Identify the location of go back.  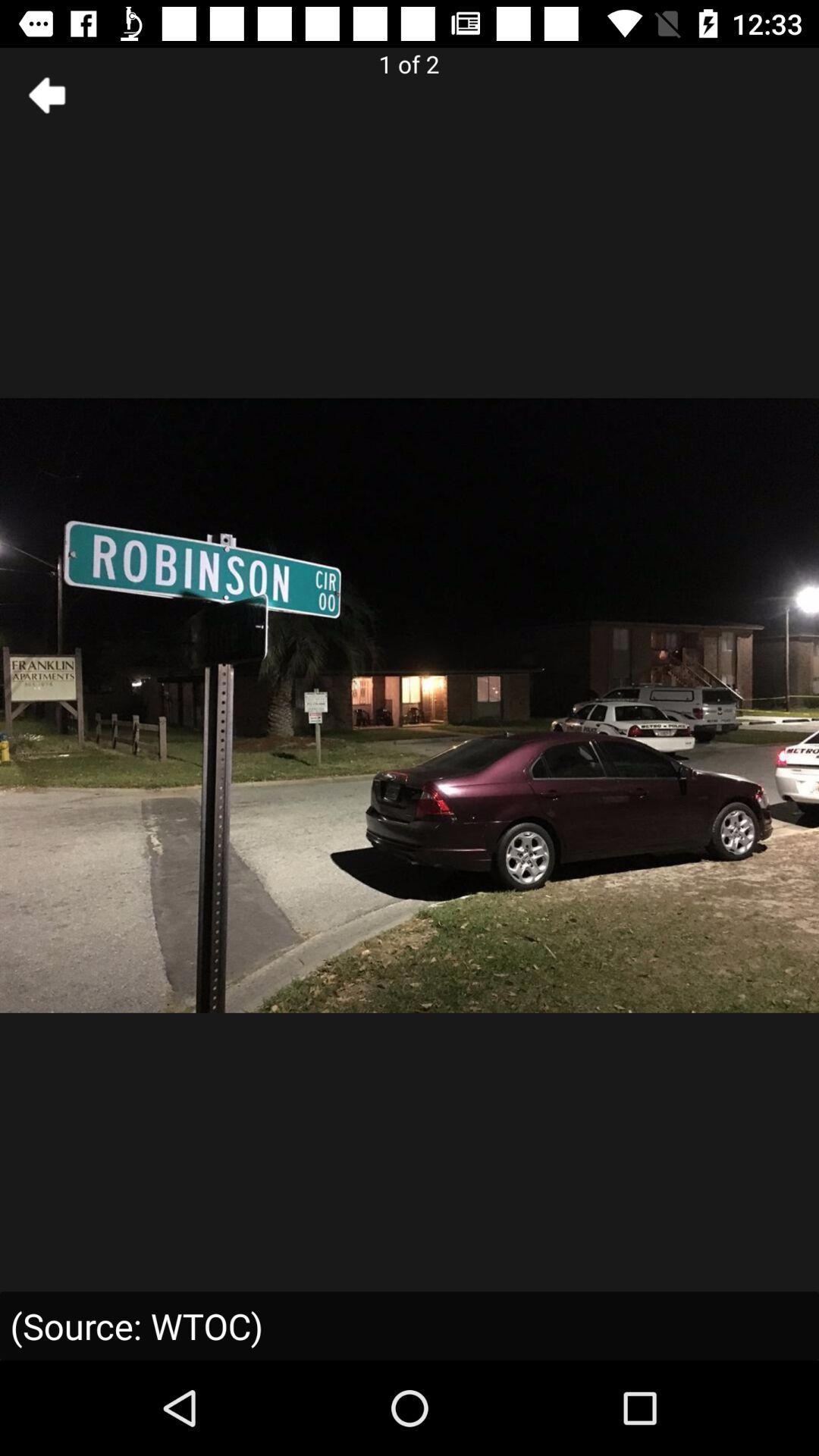
(46, 94).